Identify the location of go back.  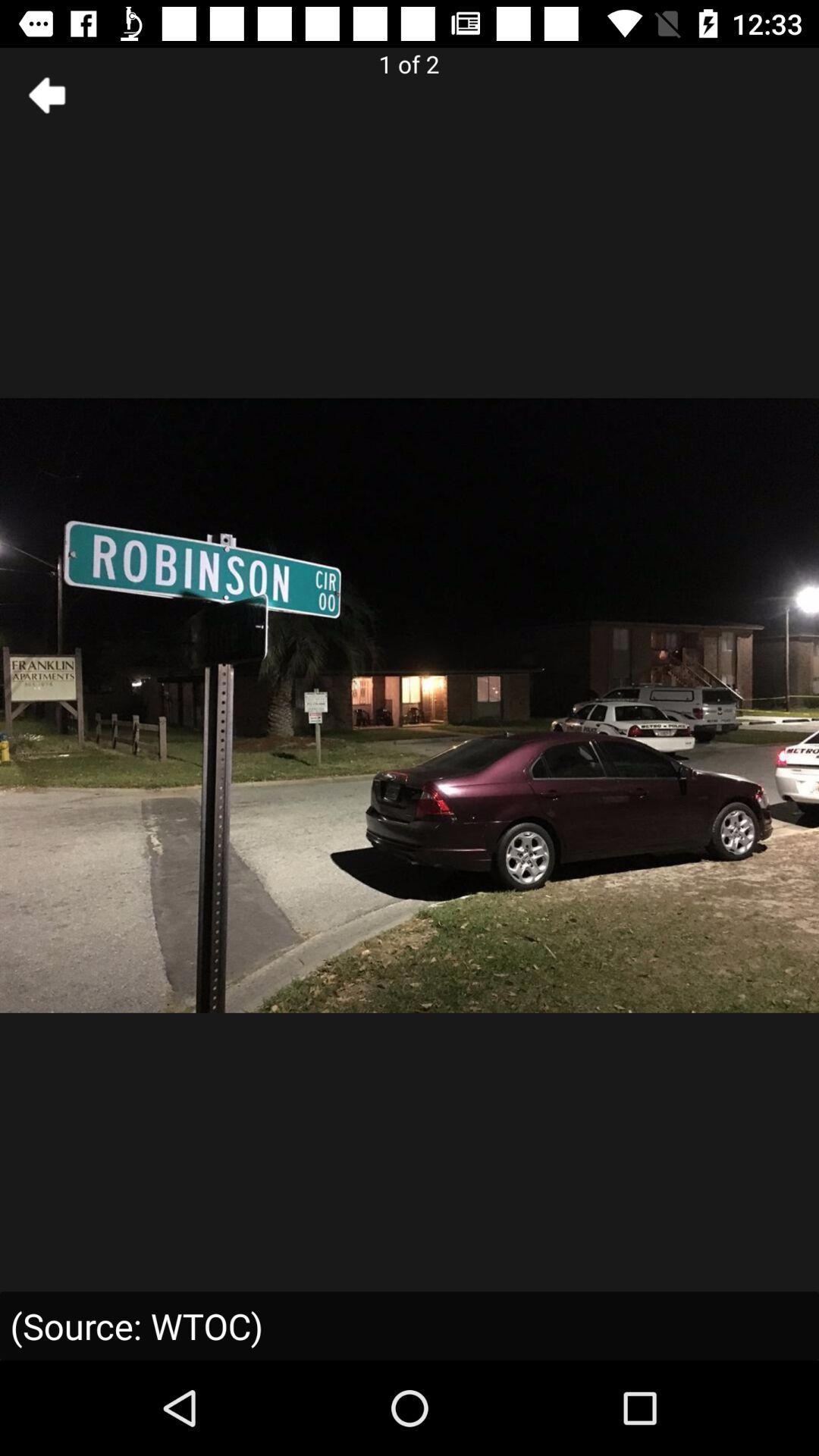
(46, 94).